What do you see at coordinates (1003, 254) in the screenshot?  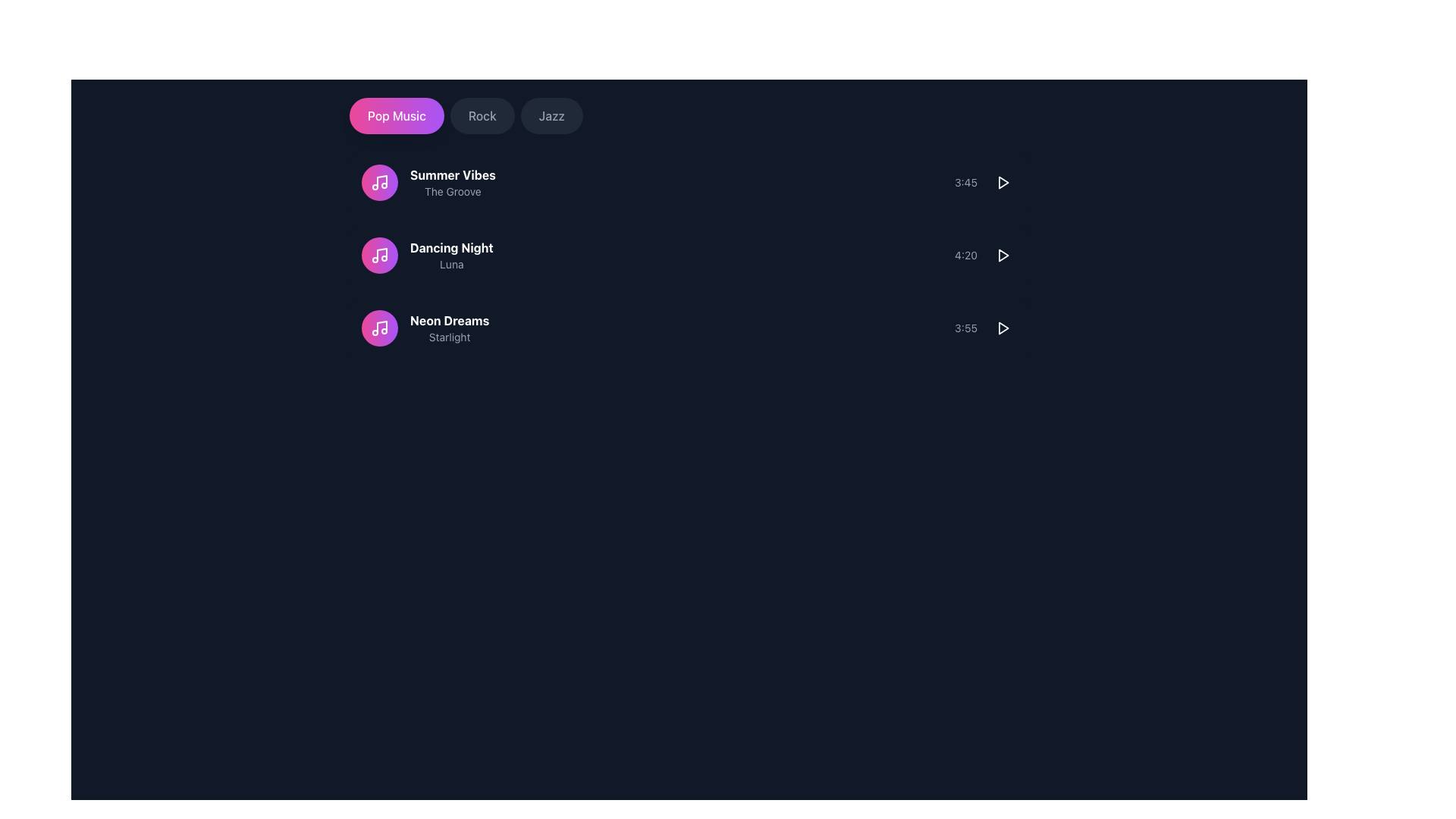 I see `the circular play button with a white icon on a dark background to initiate playback` at bounding box center [1003, 254].